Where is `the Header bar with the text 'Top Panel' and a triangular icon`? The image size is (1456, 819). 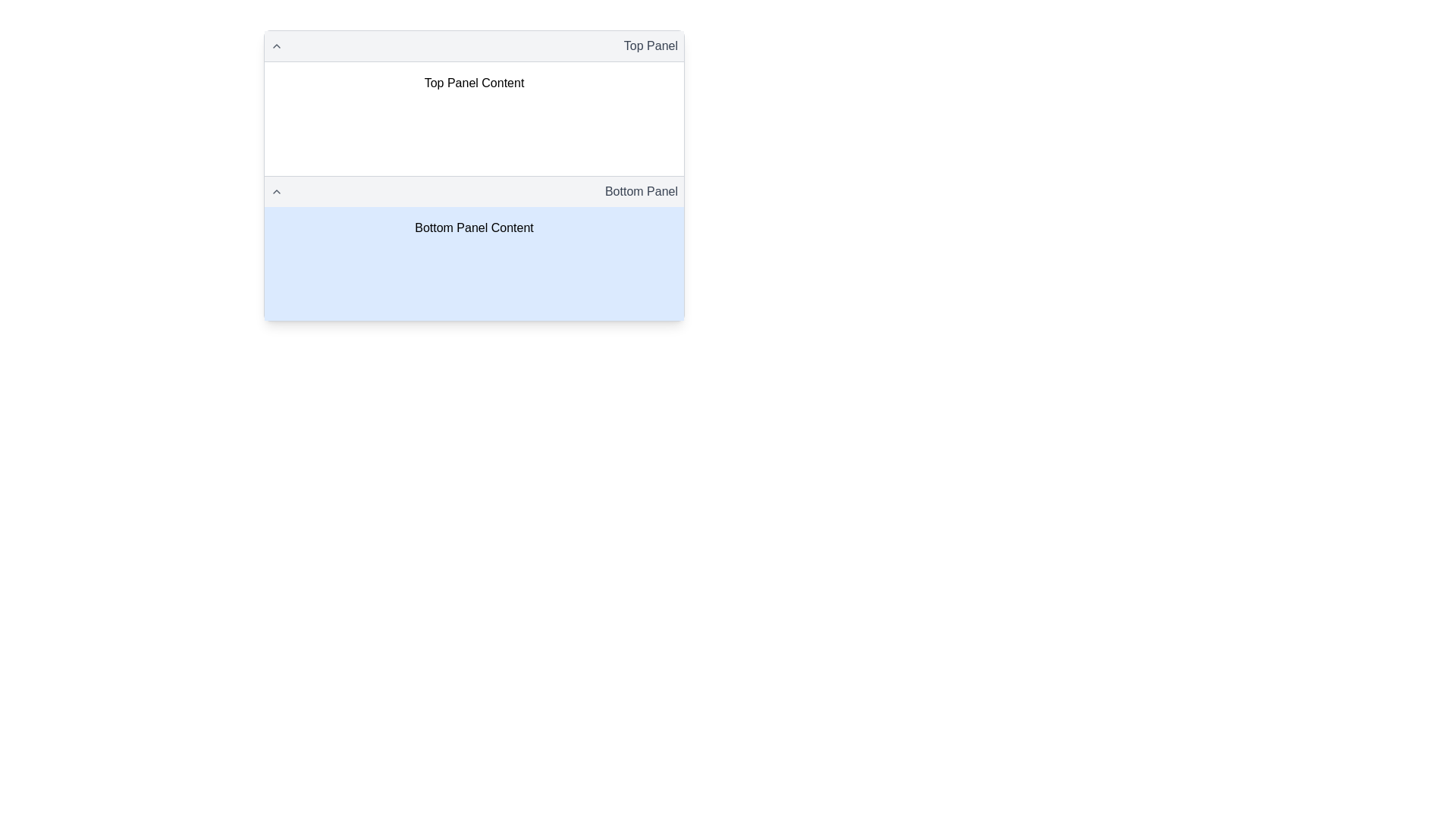 the Header bar with the text 'Top Panel' and a triangular icon is located at coordinates (473, 45).